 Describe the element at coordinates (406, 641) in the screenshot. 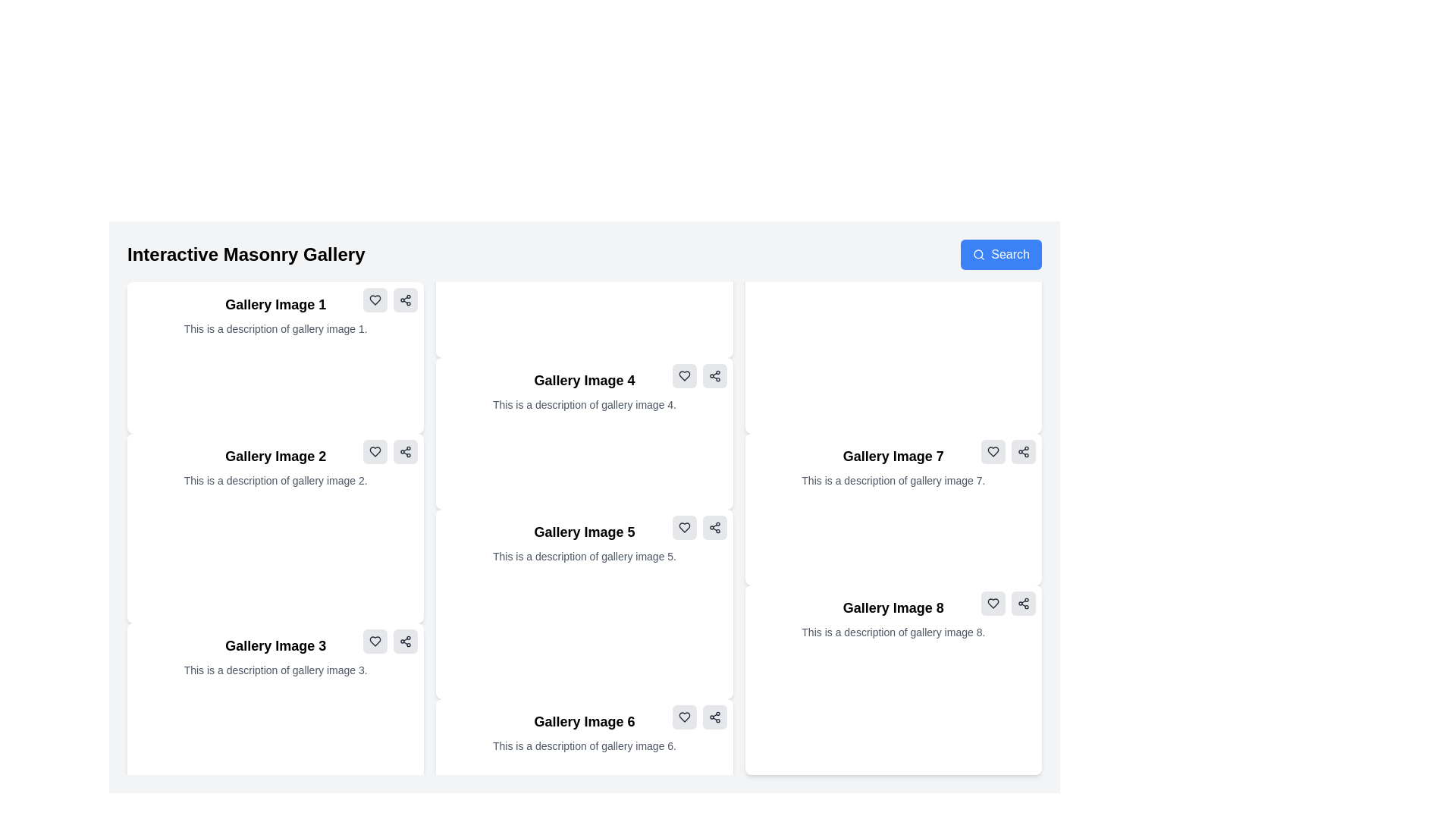

I see `the share button (SVG-based icon) located within the 'Gallery Image 3' card, positioned right of the text description and beside the heart icon` at that location.